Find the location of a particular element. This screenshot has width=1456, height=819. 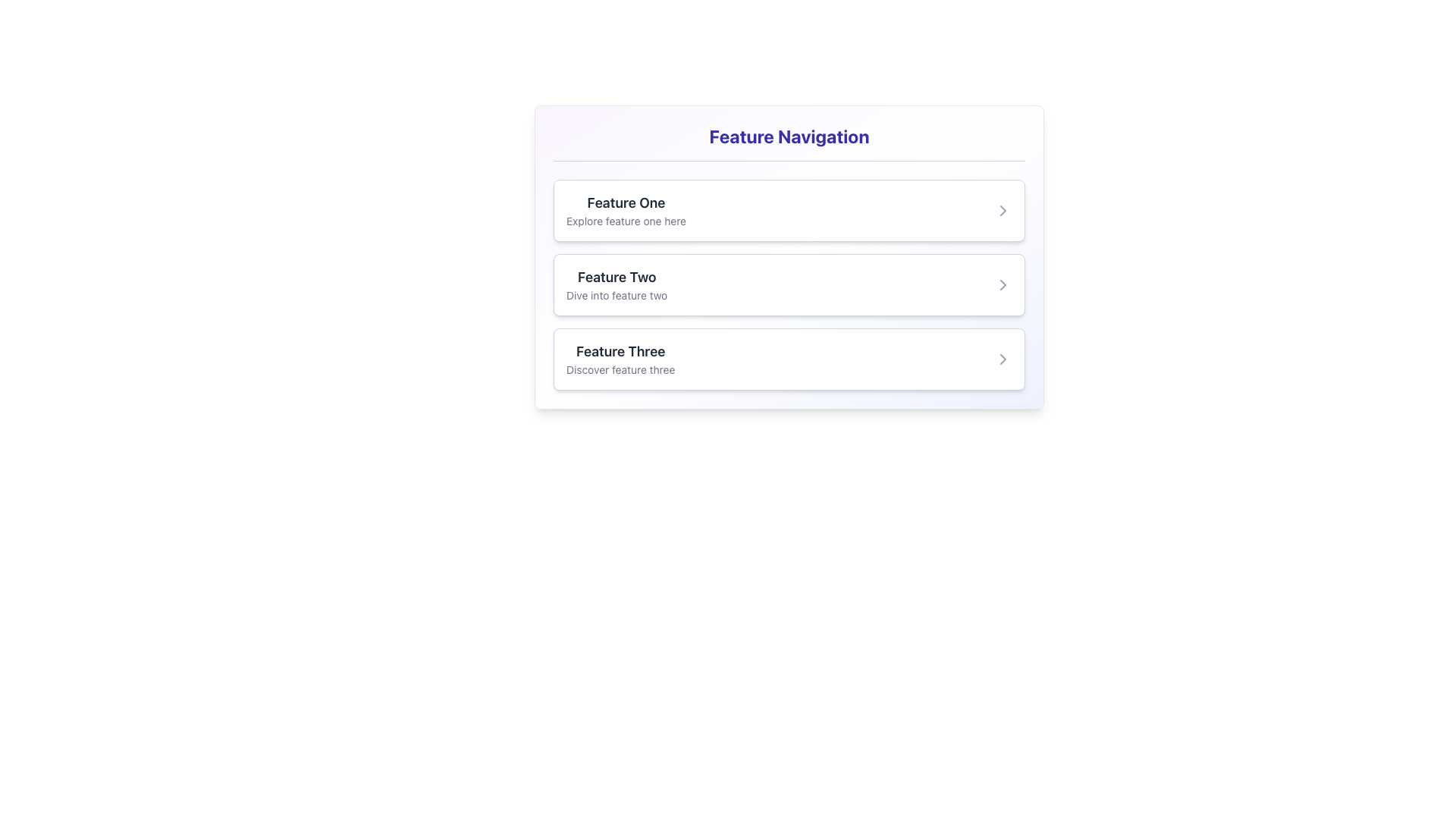

the 'Feature Navigation' text label, which is styled in a large bold blue font and serves as a header above the feature list is located at coordinates (789, 143).